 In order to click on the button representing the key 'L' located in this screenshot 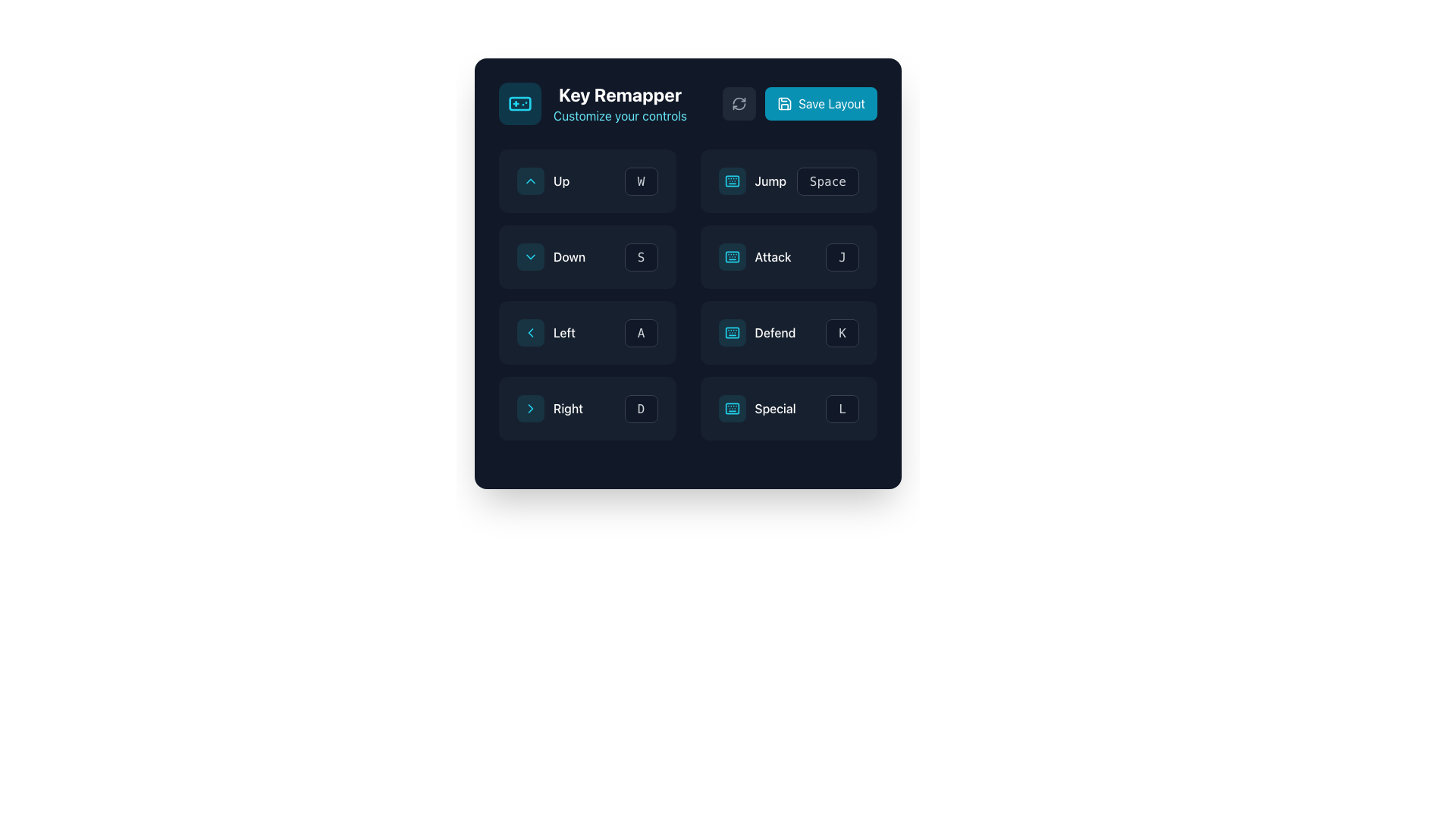, I will do `click(841, 408)`.